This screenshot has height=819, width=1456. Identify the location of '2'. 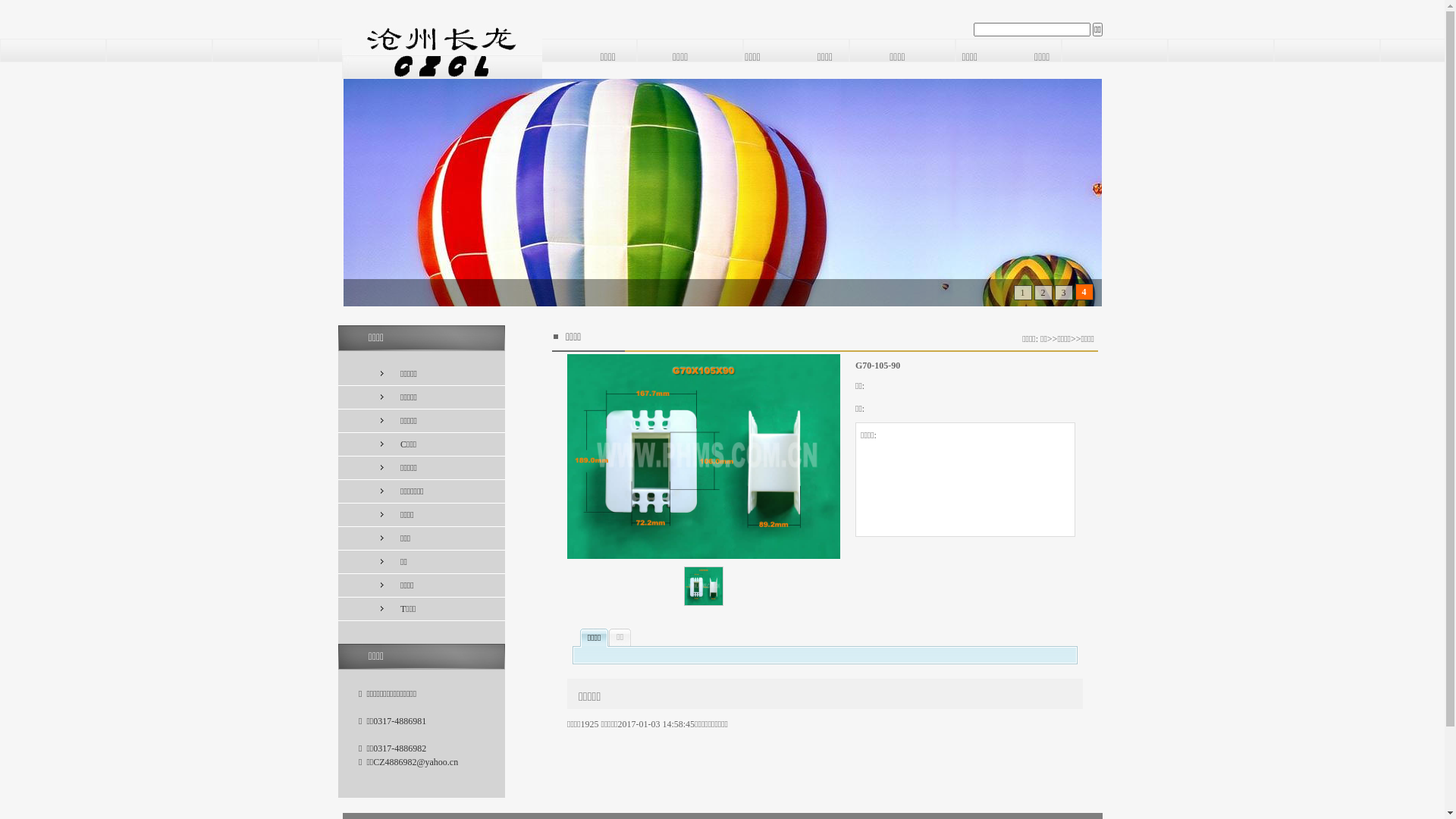
(1041, 292).